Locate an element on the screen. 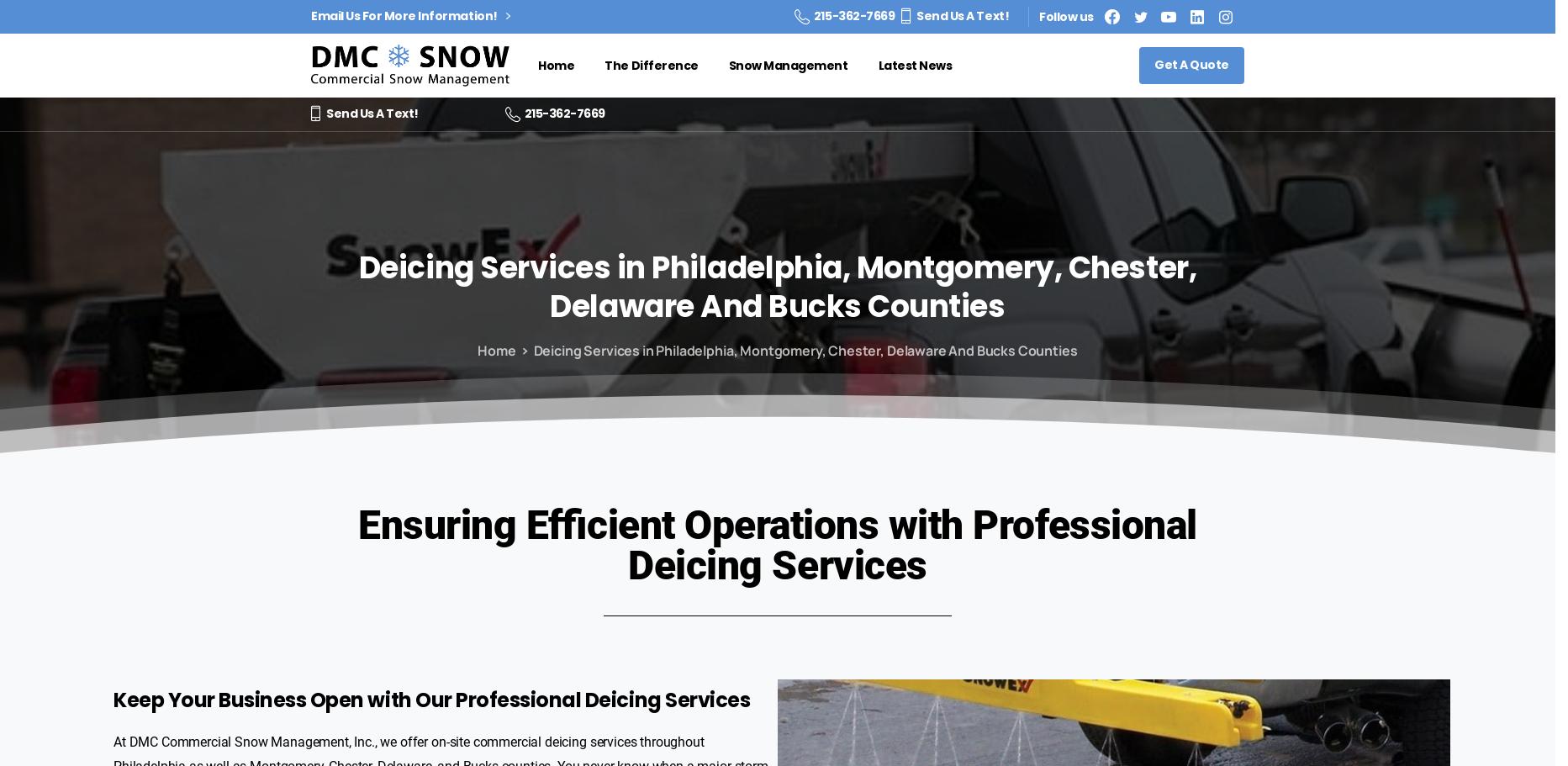  'Bucks' is located at coordinates (814, 305).